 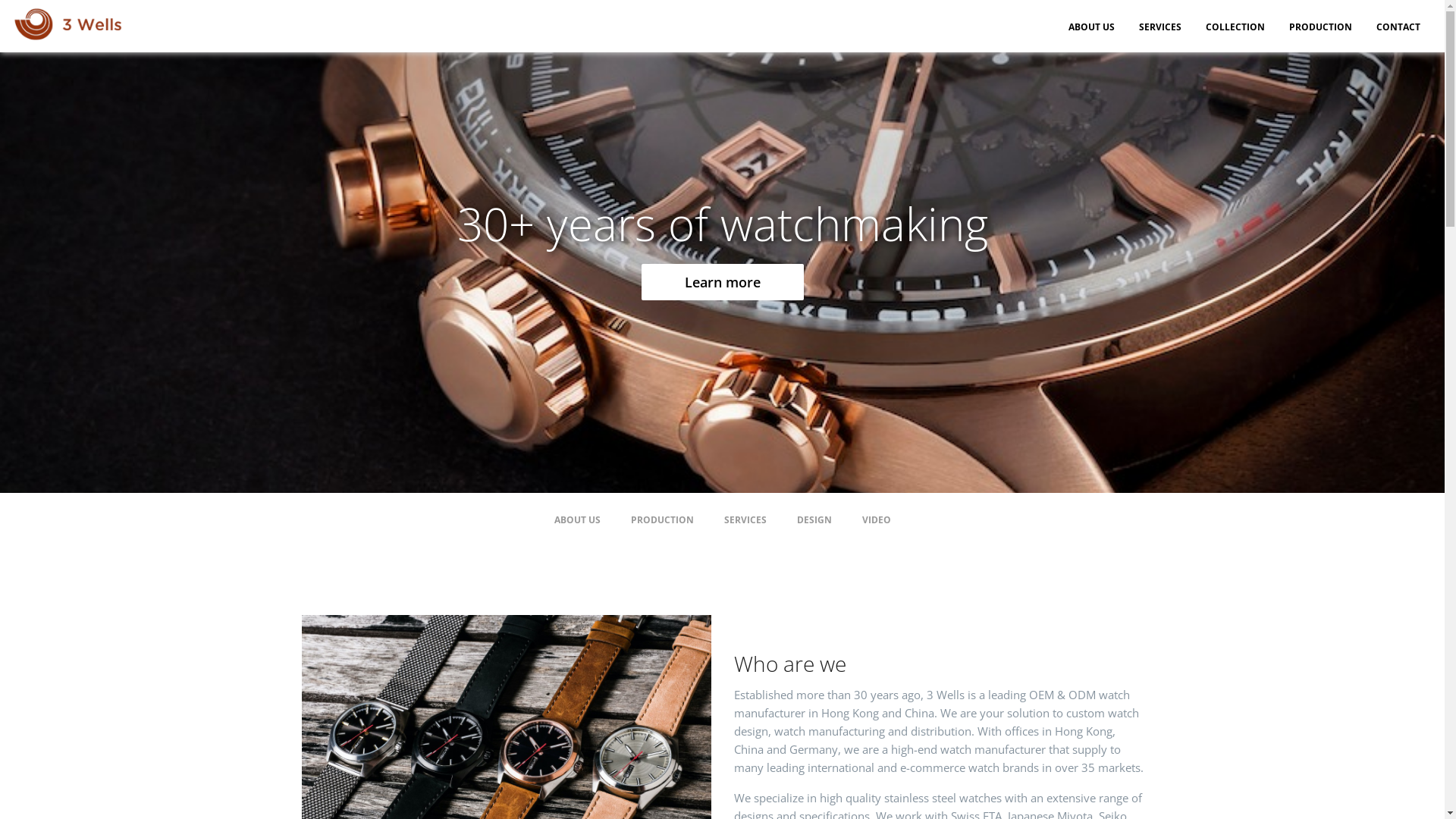 What do you see at coordinates (1397, 26) in the screenshot?
I see `'CONTACT'` at bounding box center [1397, 26].